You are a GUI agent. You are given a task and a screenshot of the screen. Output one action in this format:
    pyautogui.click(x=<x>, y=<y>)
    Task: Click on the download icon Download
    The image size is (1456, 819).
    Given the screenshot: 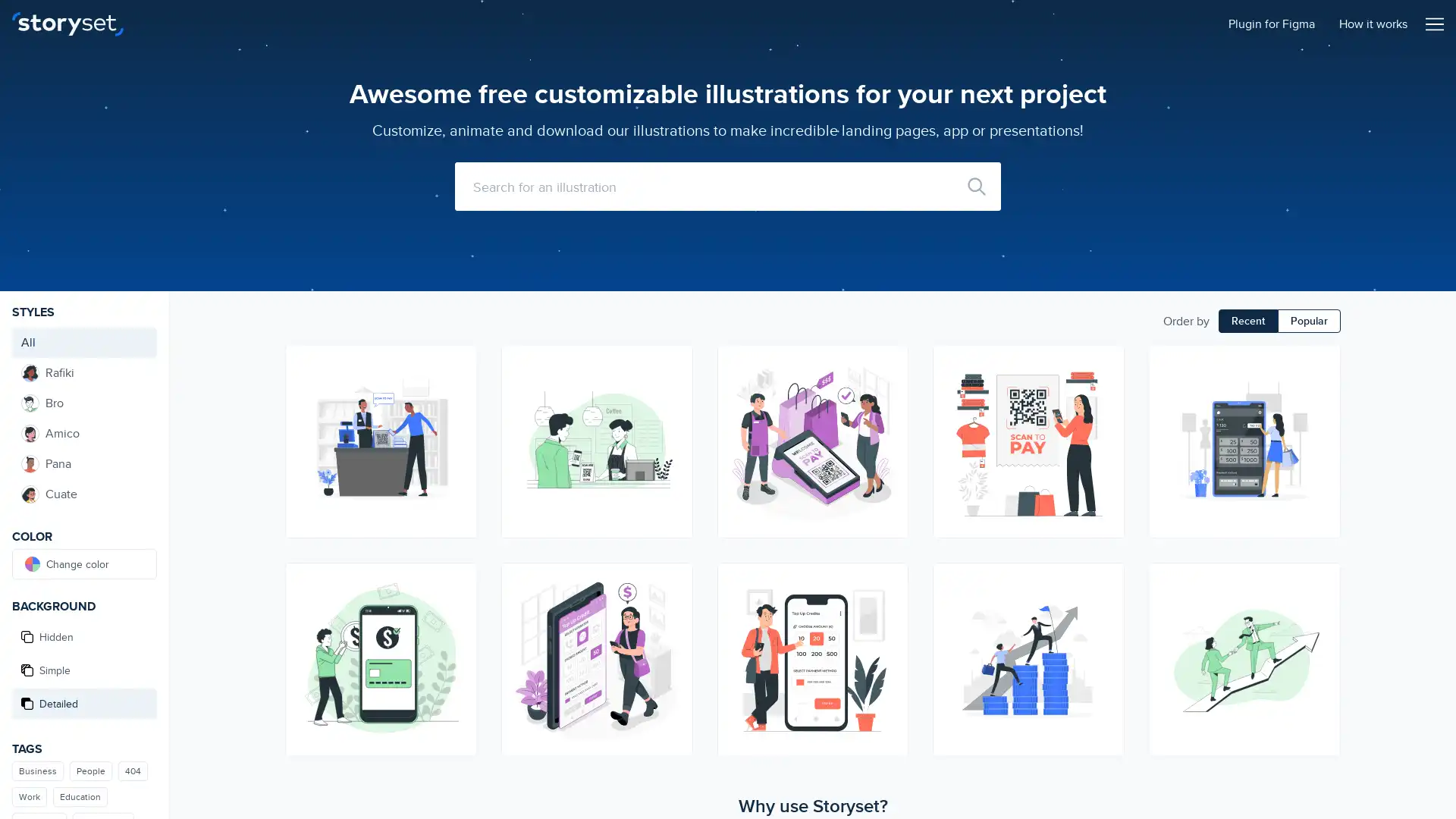 What is the action you would take?
    pyautogui.click(x=889, y=607)
    